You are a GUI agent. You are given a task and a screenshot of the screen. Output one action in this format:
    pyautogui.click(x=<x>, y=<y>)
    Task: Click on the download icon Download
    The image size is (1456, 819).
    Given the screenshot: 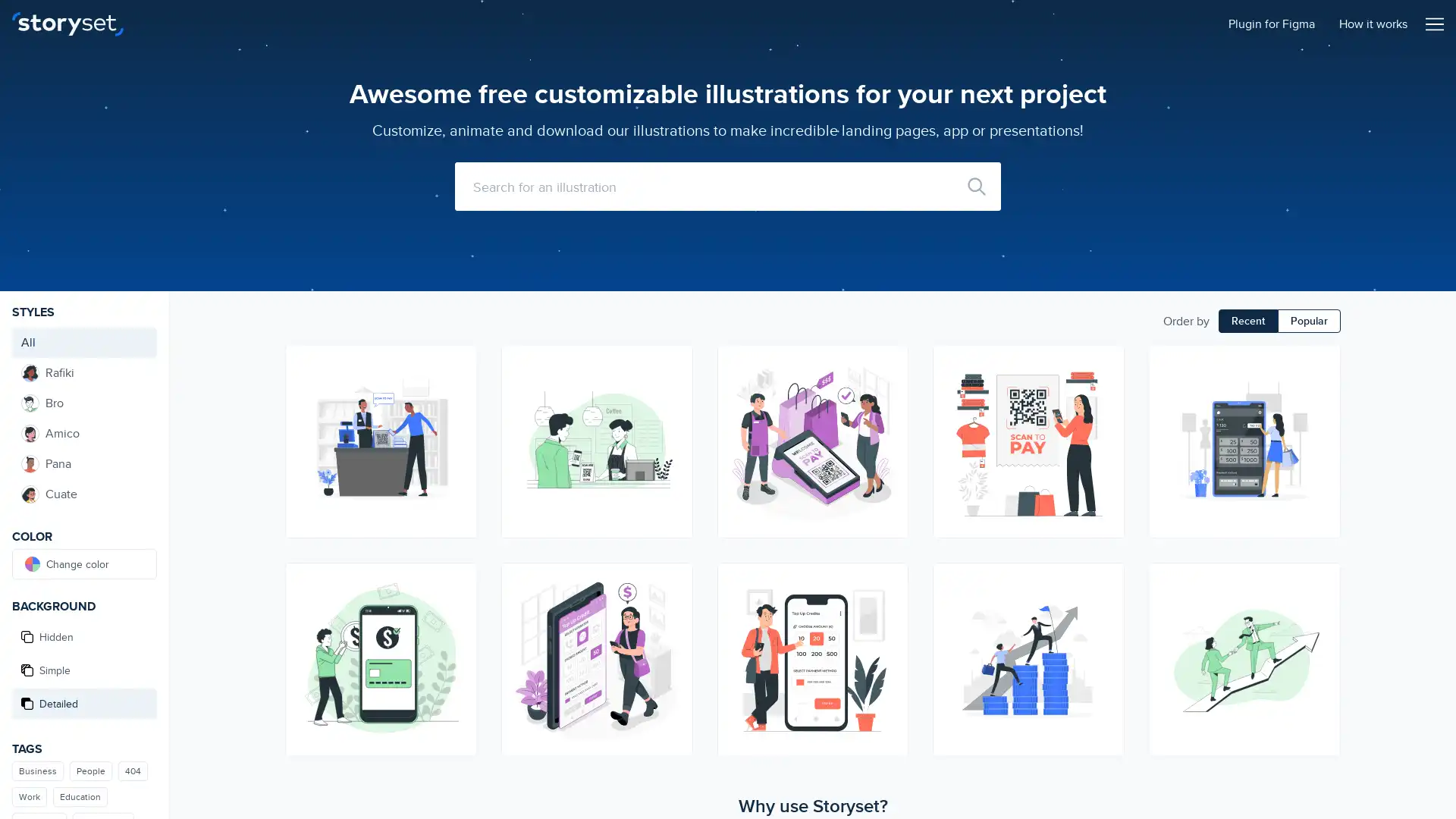 What is the action you would take?
    pyautogui.click(x=889, y=607)
    